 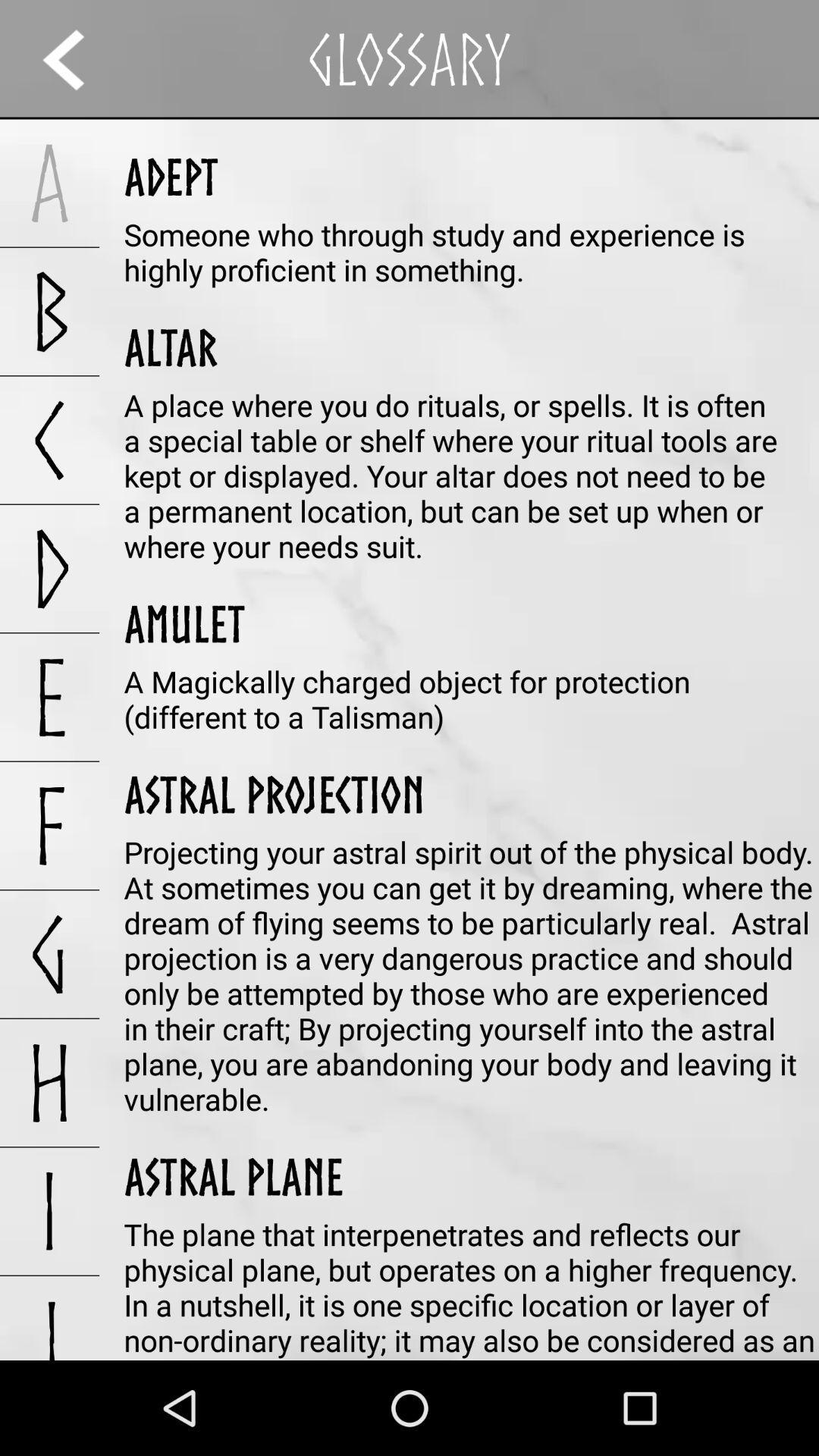 I want to click on icon below e app, so click(x=49, y=825).